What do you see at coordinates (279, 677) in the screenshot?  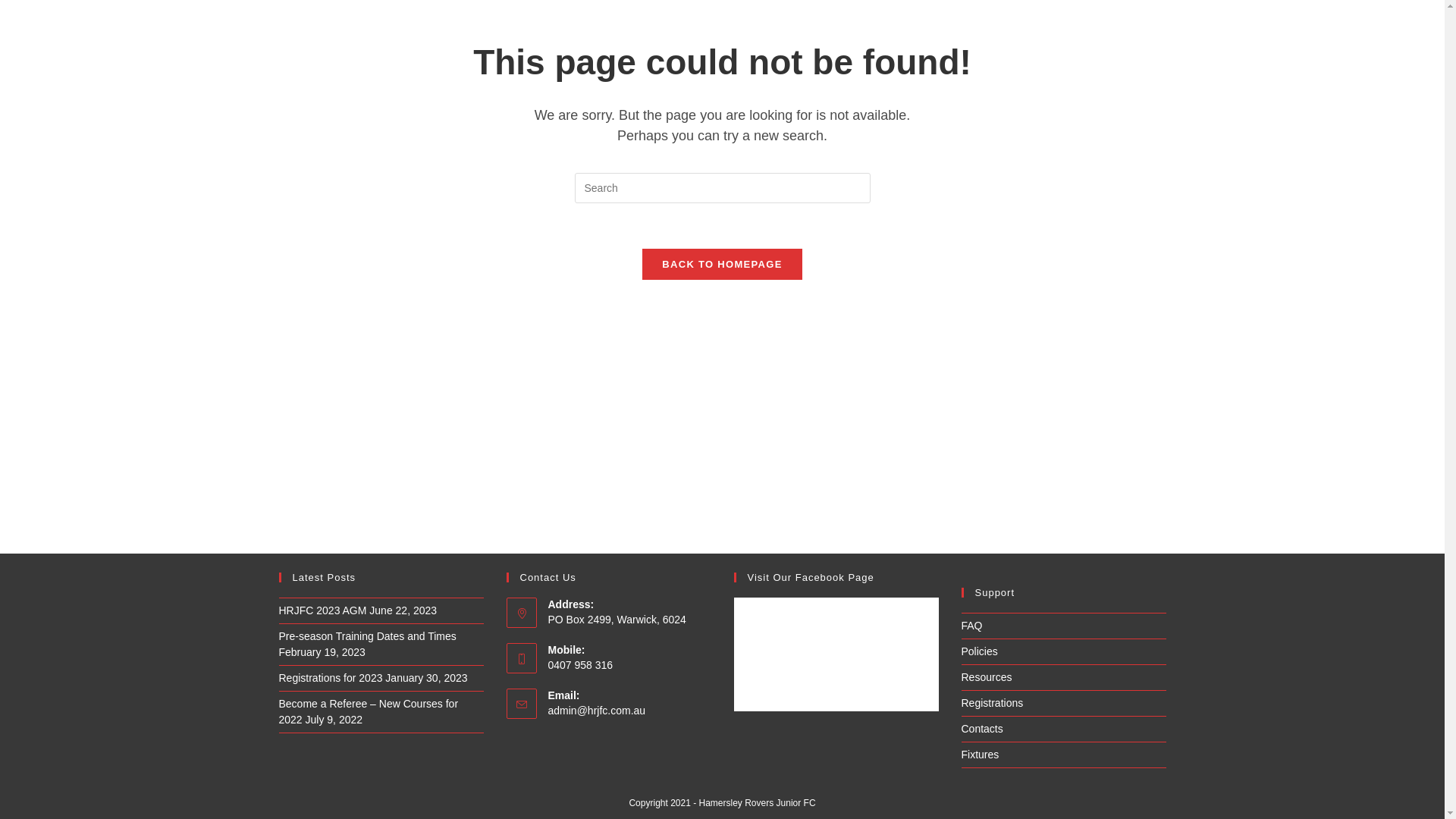 I see `'Registrations for 2023'` at bounding box center [279, 677].